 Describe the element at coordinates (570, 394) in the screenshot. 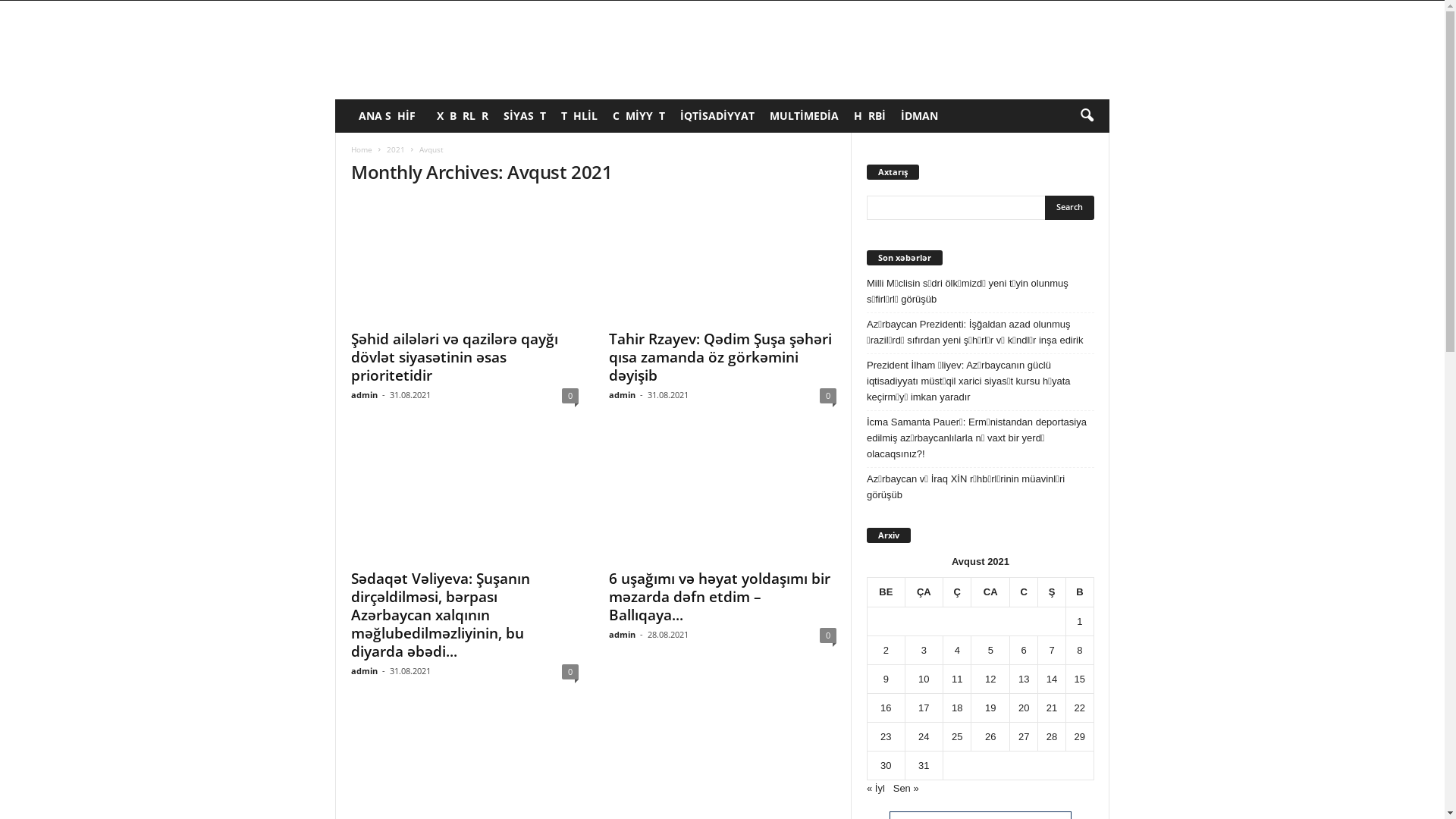

I see `'0'` at that location.